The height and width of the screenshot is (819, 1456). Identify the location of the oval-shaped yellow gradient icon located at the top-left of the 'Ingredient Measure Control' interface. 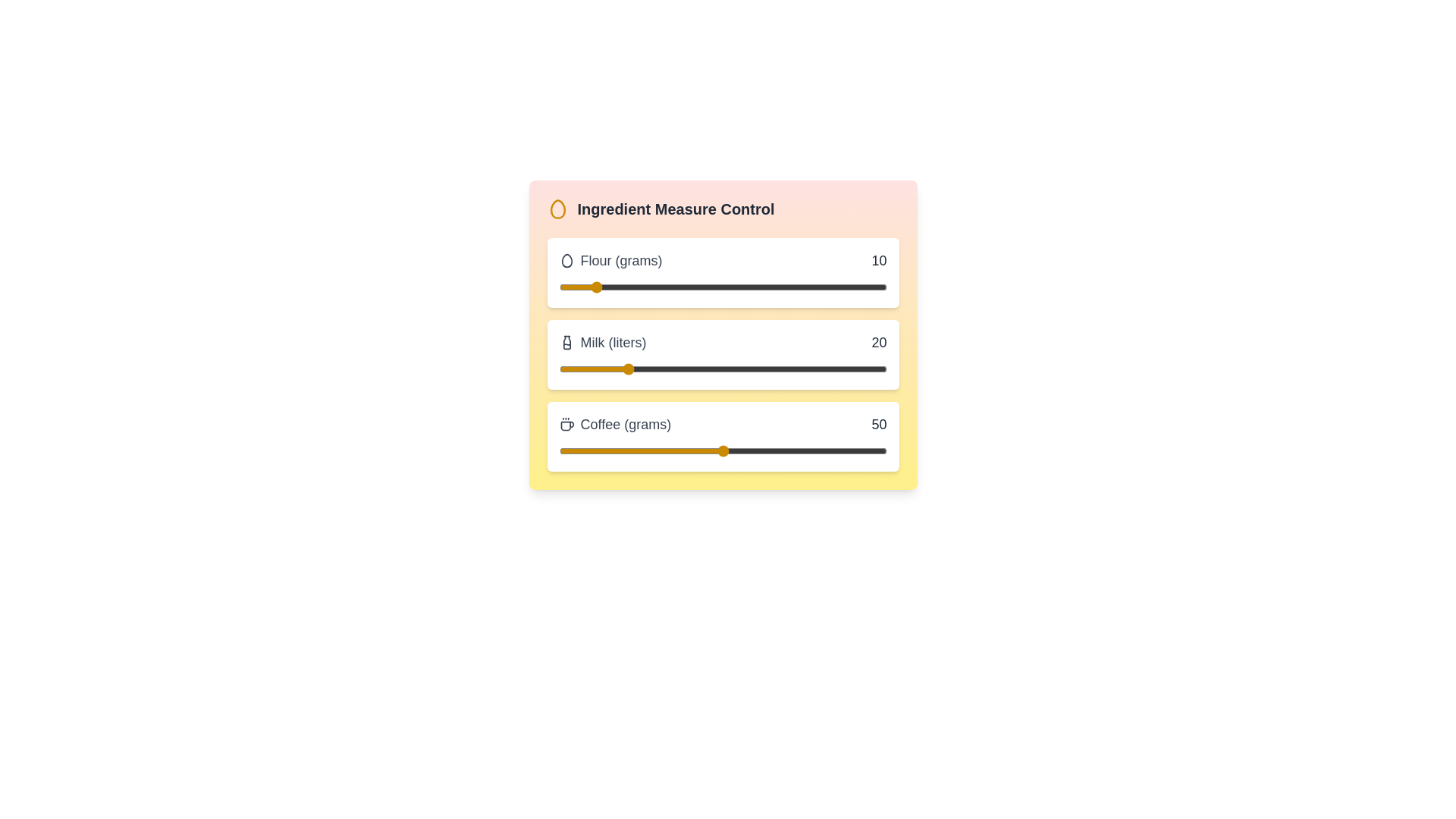
(557, 209).